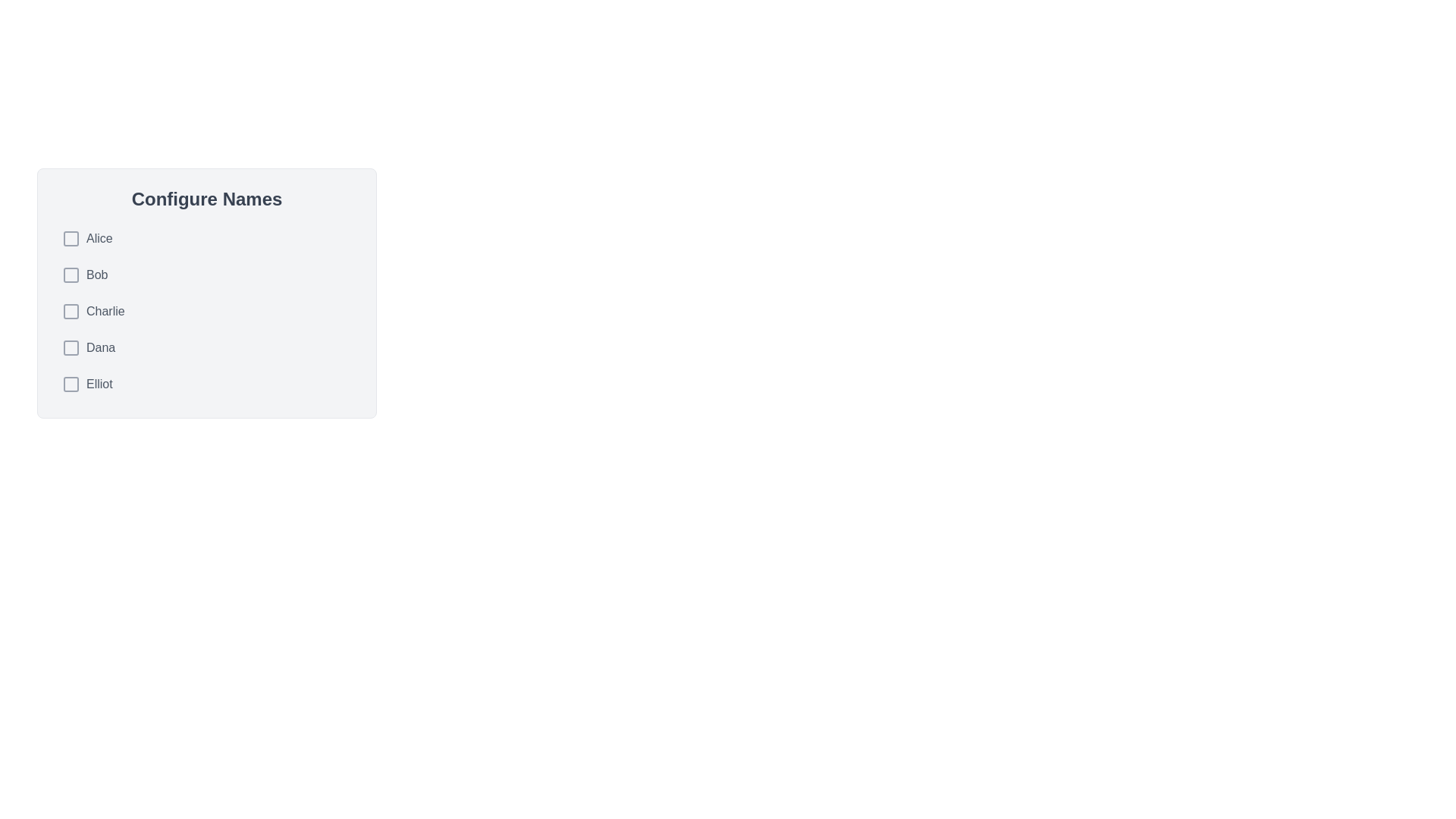  What do you see at coordinates (71, 239) in the screenshot?
I see `the checkbox element adjacent to the text label 'Alice', located at the top-left of the list under the header 'Configure Names'` at bounding box center [71, 239].